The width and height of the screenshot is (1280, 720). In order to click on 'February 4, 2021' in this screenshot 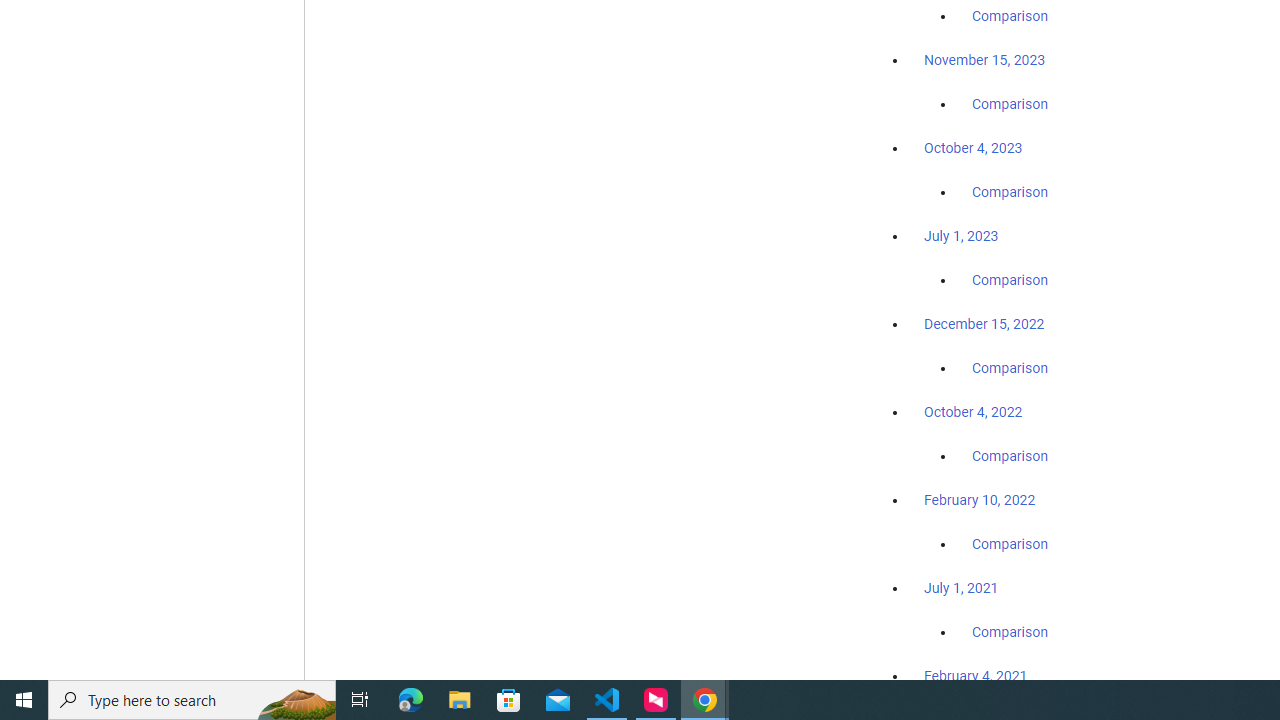, I will do `click(976, 675)`.